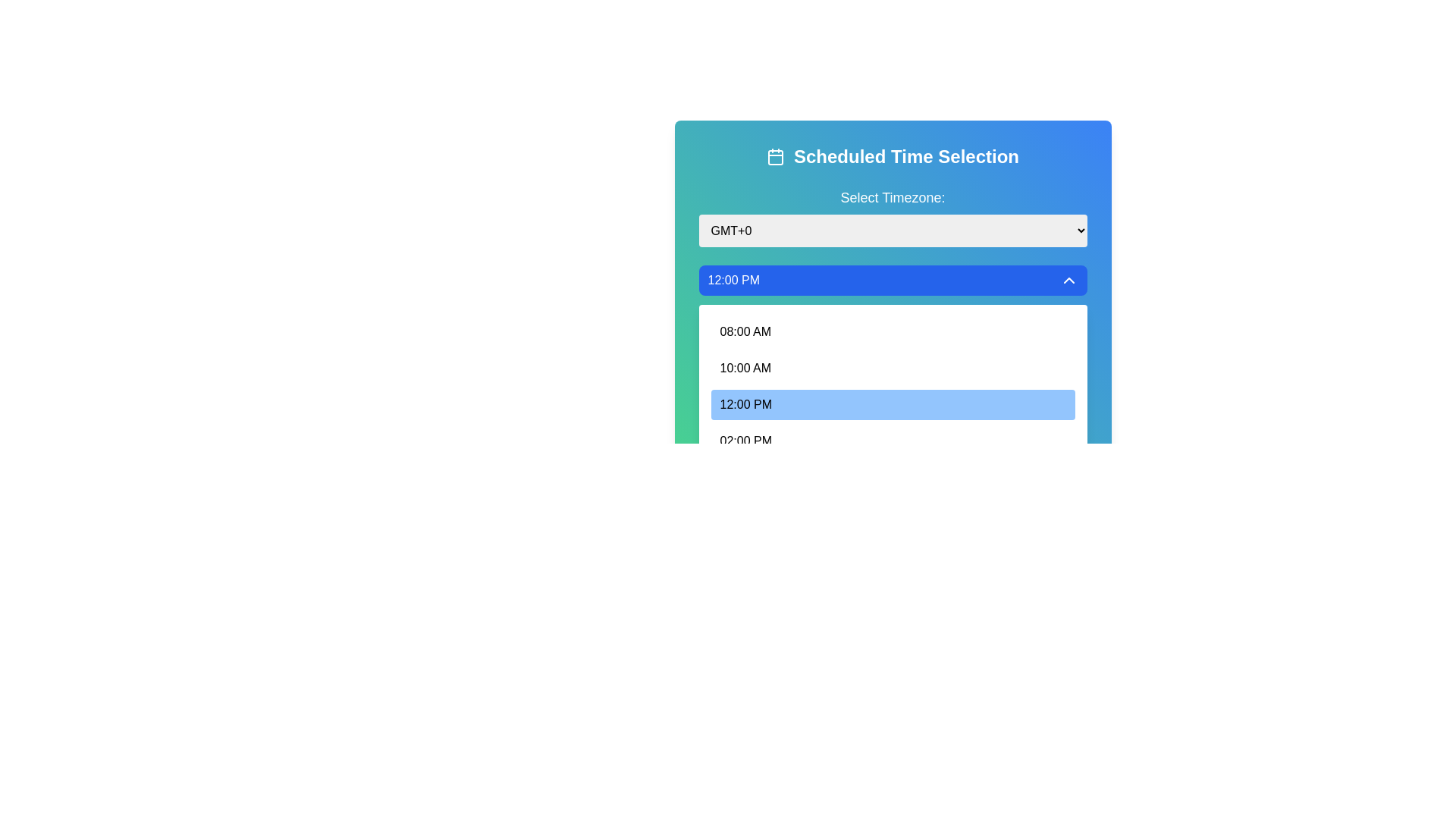  Describe the element at coordinates (745, 331) in the screenshot. I see `displayed time from the first selectable time option in the scheduling interface, located below the title and timezone selector` at that location.